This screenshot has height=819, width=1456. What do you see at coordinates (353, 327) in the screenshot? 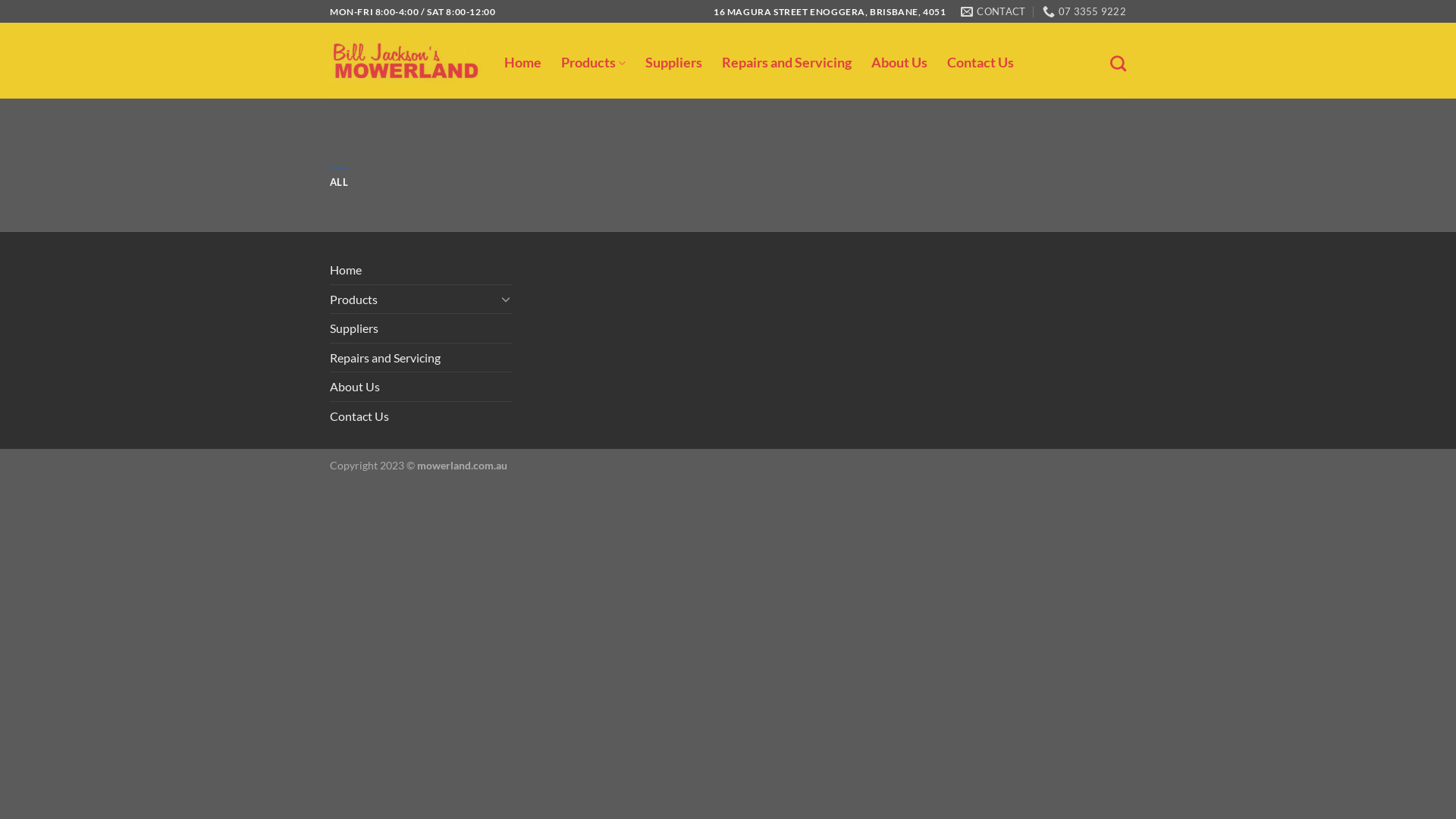
I see `'Suppliers'` at bounding box center [353, 327].